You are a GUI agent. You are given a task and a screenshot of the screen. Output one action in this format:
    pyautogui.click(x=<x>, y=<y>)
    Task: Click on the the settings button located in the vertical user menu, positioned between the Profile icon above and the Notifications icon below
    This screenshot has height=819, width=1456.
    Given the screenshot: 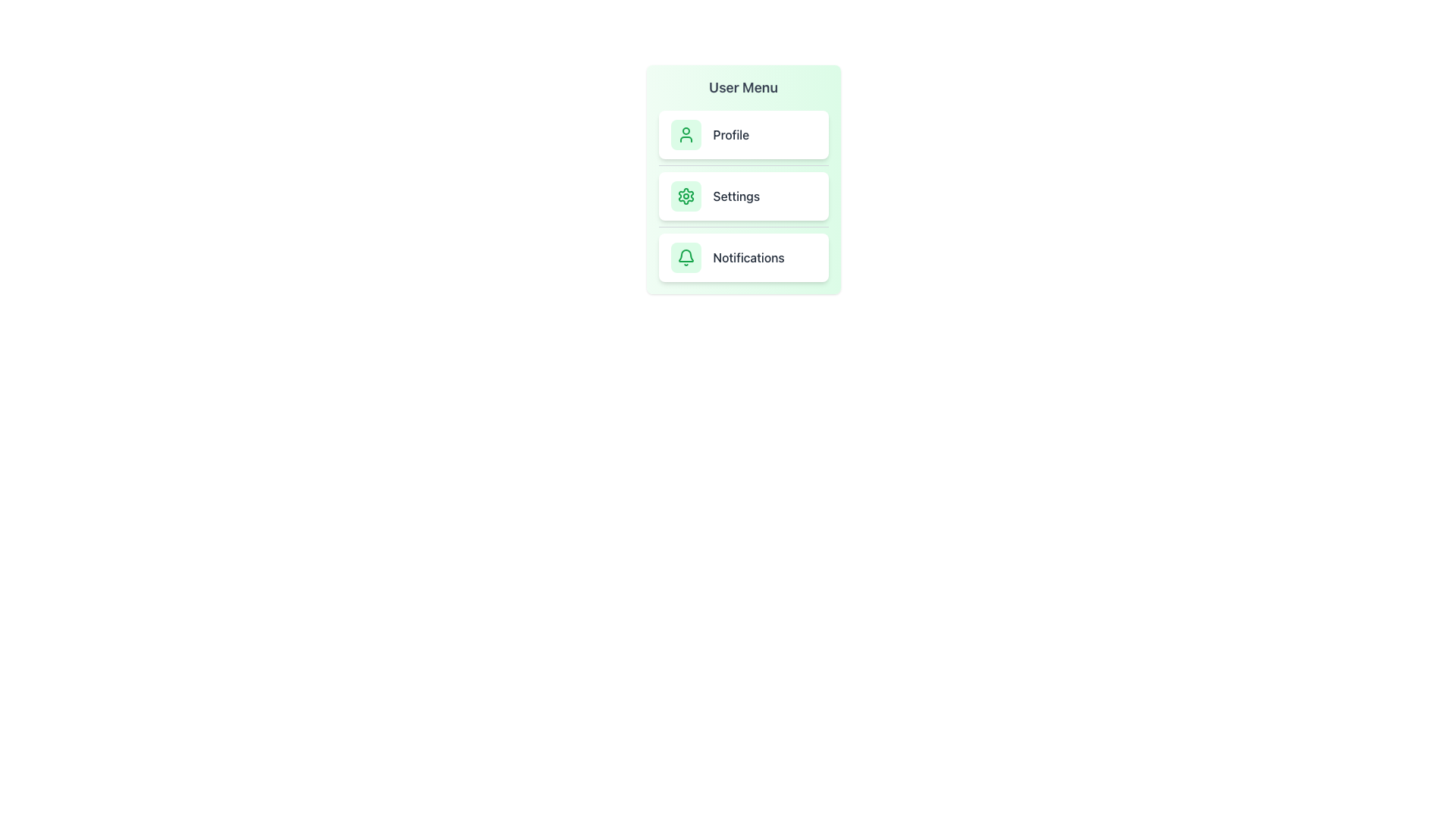 What is the action you would take?
    pyautogui.click(x=685, y=195)
    